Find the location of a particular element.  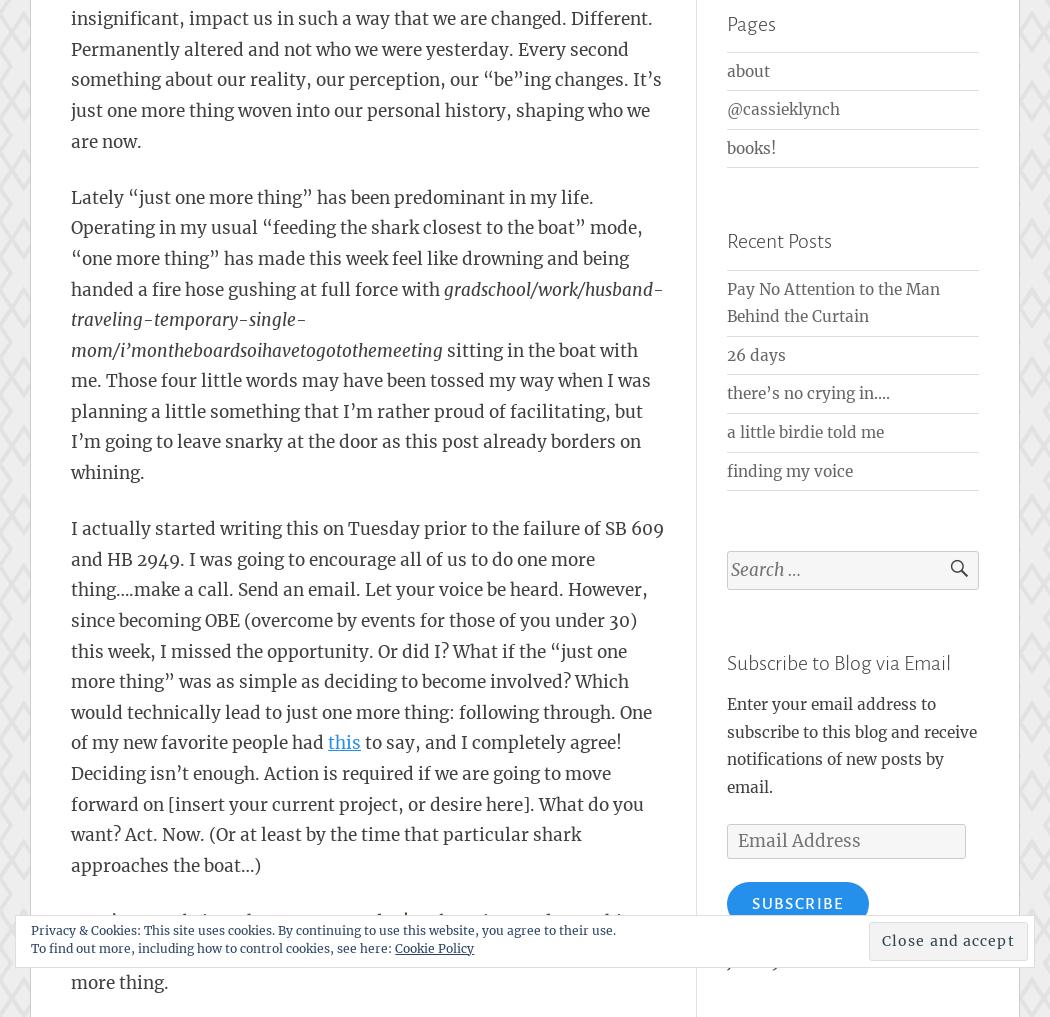

'to say, and I completely agree! Deciding isn’t enough. Action is required if we are going to move forward on [insert your current project, or desire here]. What do you want? Act. Now. (Or at least by the time that particular shark approaches the boat…)' is located at coordinates (356, 803).